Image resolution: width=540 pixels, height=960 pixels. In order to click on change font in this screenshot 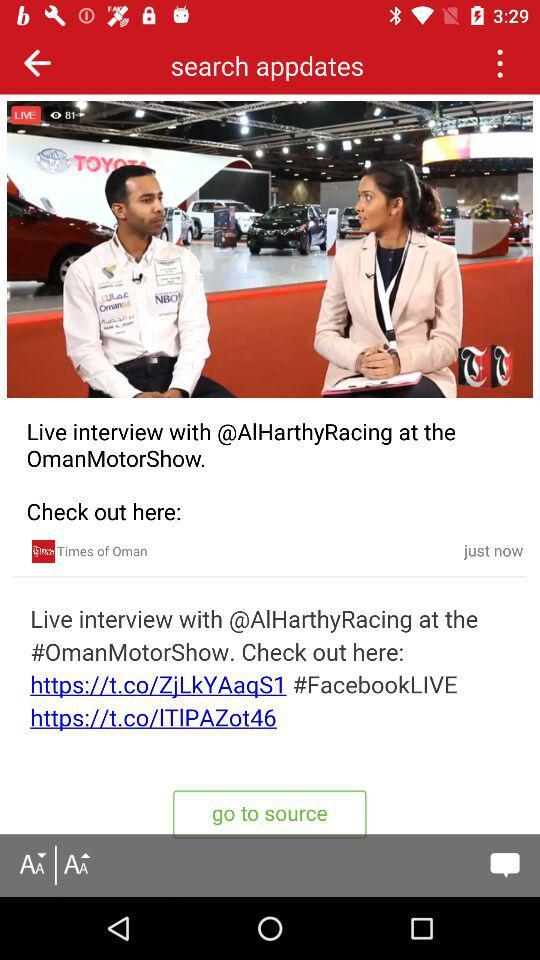, I will do `click(75, 864)`.